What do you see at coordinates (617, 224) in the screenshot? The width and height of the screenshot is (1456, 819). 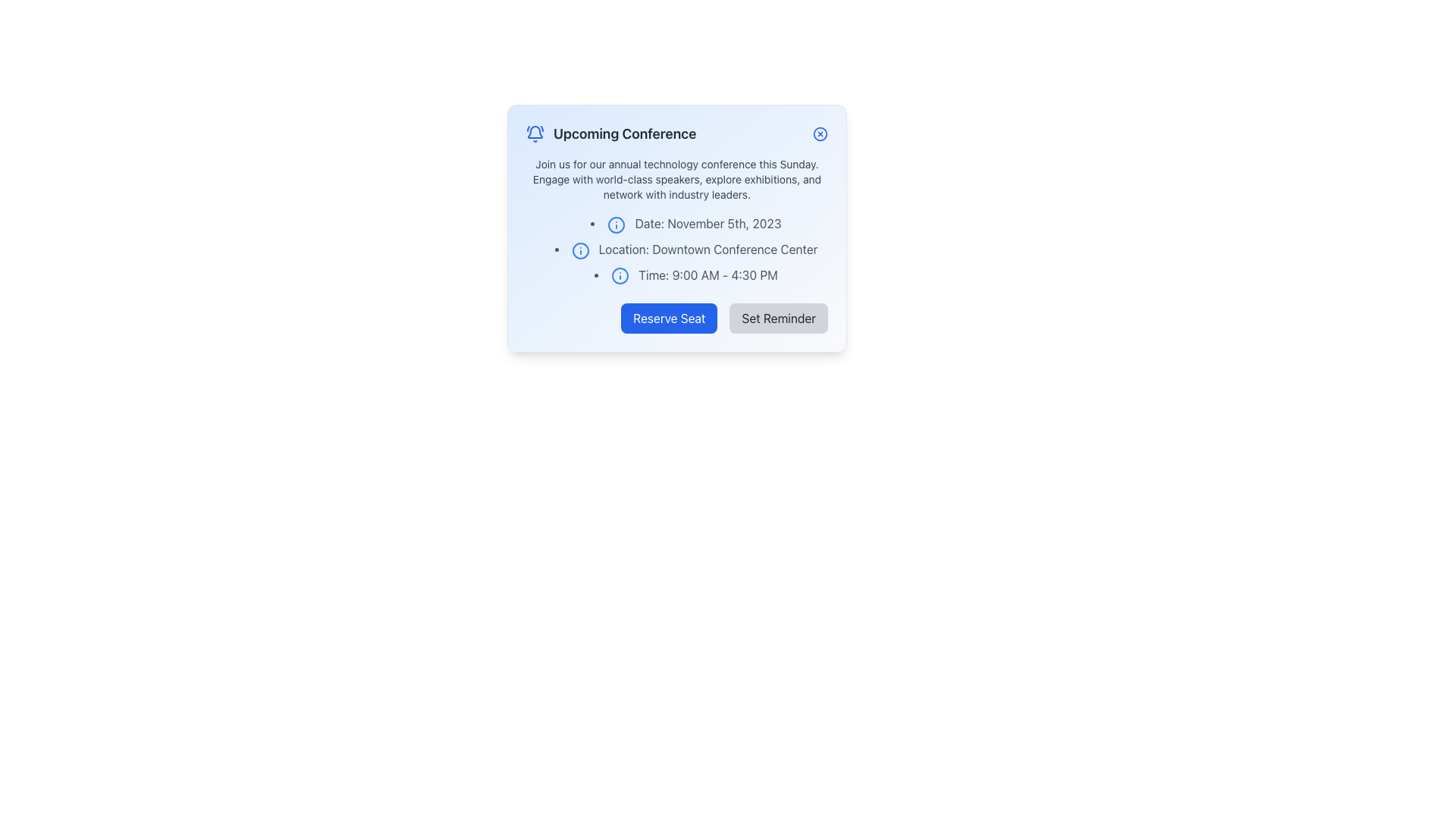 I see `the blue circular information icon located to the left of the text 'Date: November 5th, 2023' in the details section of the card` at bounding box center [617, 224].